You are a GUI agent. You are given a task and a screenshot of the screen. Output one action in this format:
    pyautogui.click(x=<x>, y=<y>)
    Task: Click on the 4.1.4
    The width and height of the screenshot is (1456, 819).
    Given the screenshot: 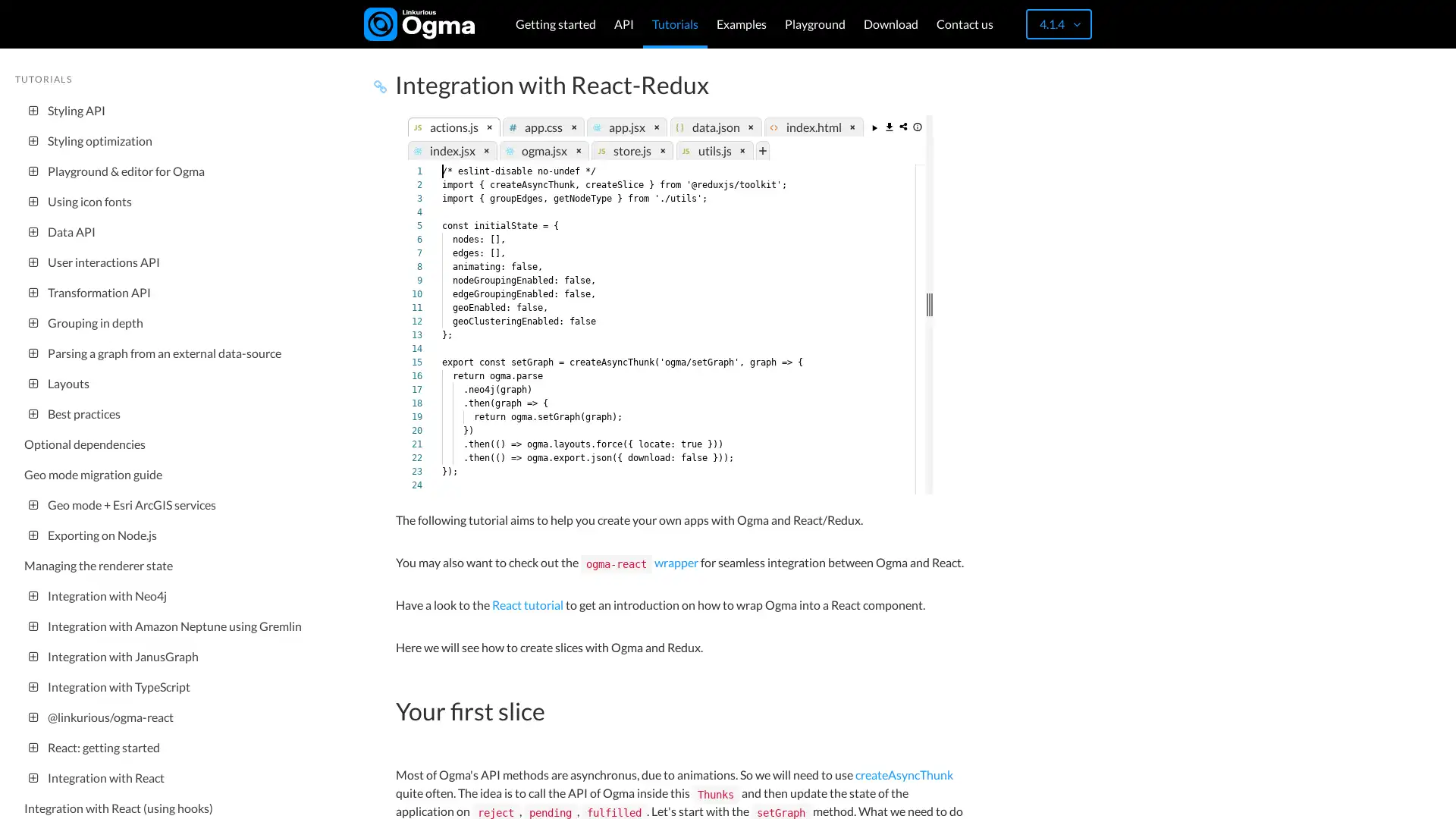 What is the action you would take?
    pyautogui.click(x=1058, y=24)
    